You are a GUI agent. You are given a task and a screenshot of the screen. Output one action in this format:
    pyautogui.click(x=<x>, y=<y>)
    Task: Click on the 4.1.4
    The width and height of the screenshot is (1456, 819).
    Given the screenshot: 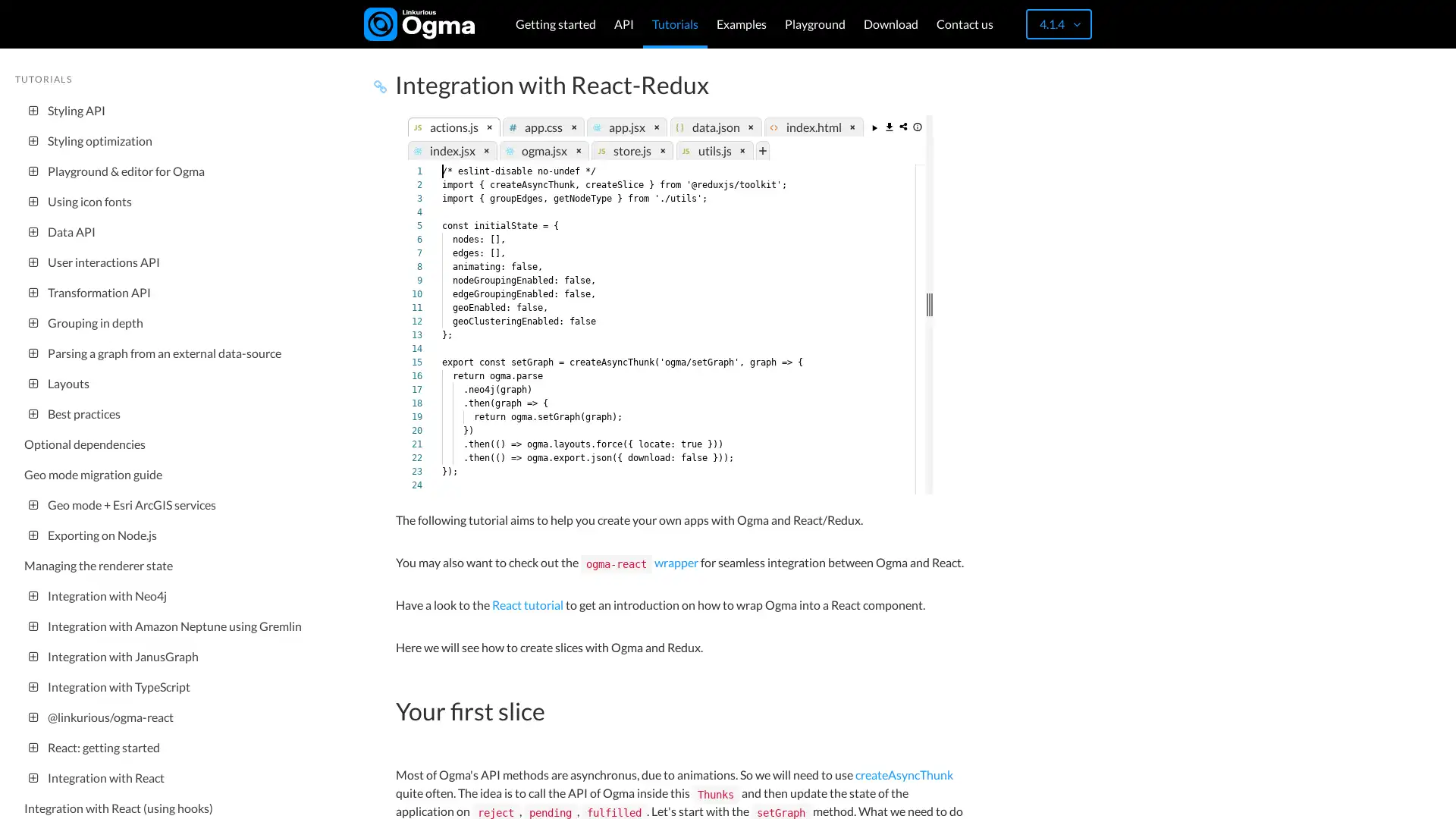 What is the action you would take?
    pyautogui.click(x=1058, y=24)
    